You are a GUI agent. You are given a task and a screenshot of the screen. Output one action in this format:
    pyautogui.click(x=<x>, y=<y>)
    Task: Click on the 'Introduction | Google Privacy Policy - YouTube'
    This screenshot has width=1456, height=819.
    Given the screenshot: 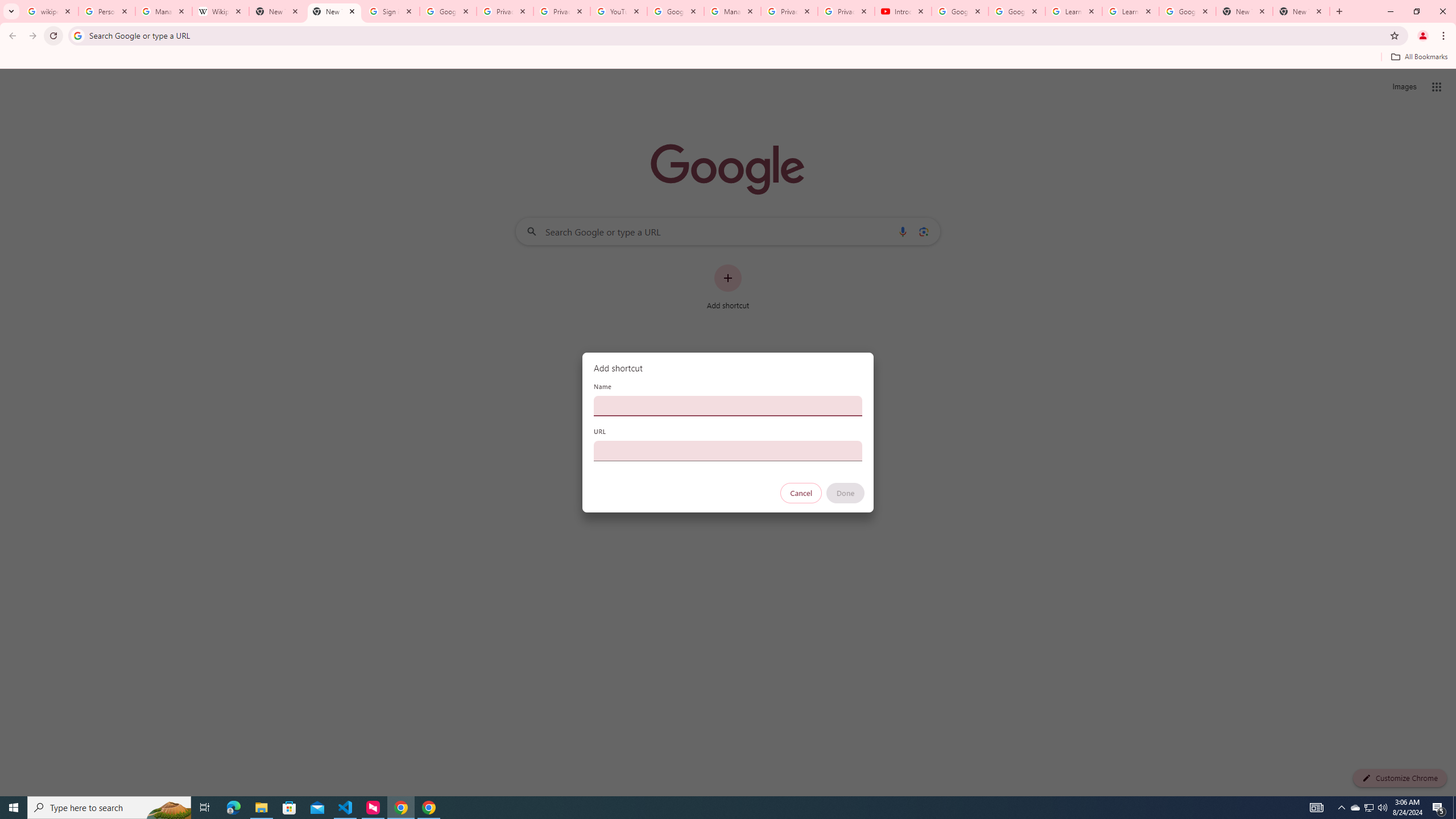 What is the action you would take?
    pyautogui.click(x=902, y=11)
    